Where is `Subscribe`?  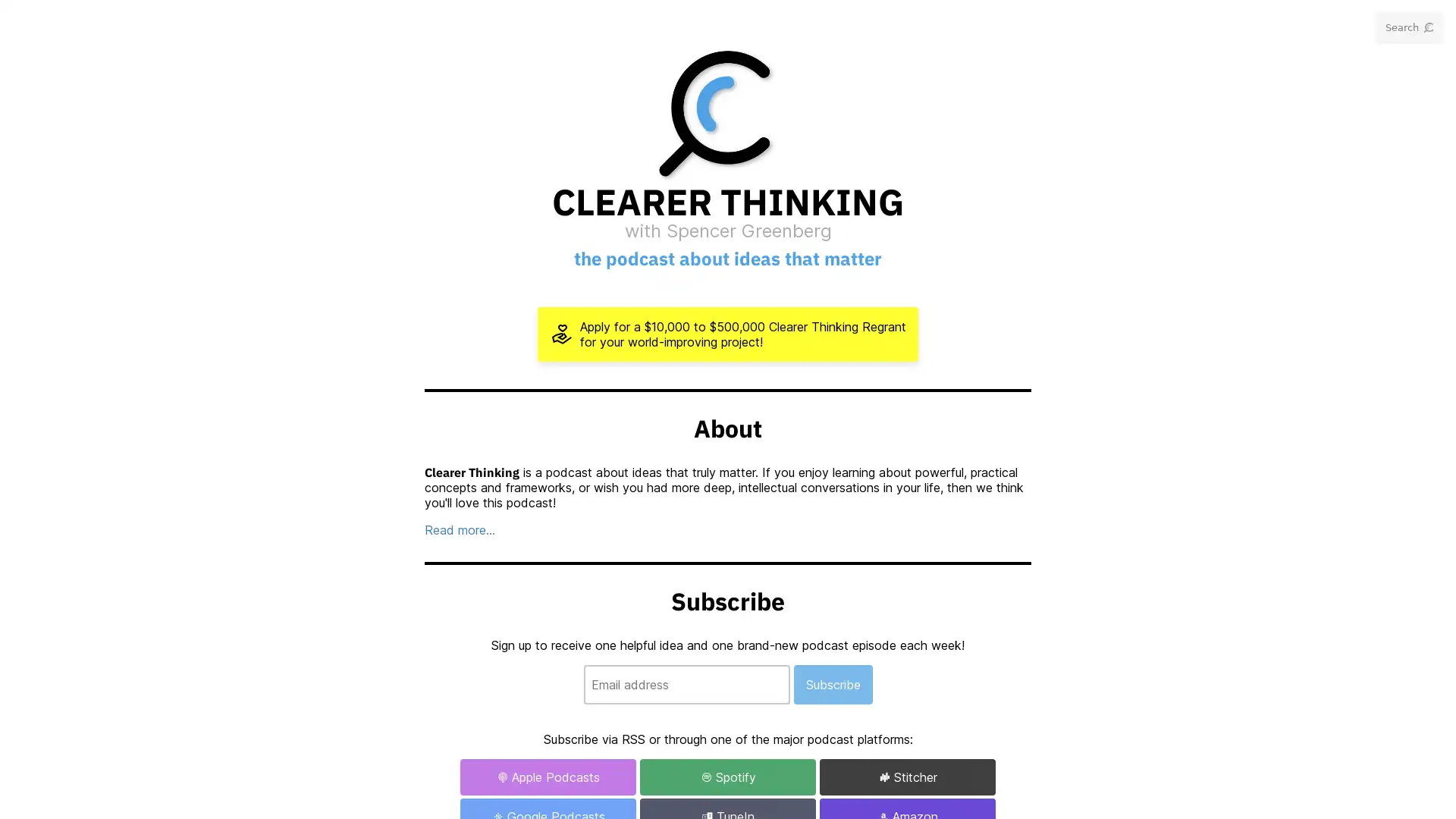
Subscribe is located at coordinates (832, 684).